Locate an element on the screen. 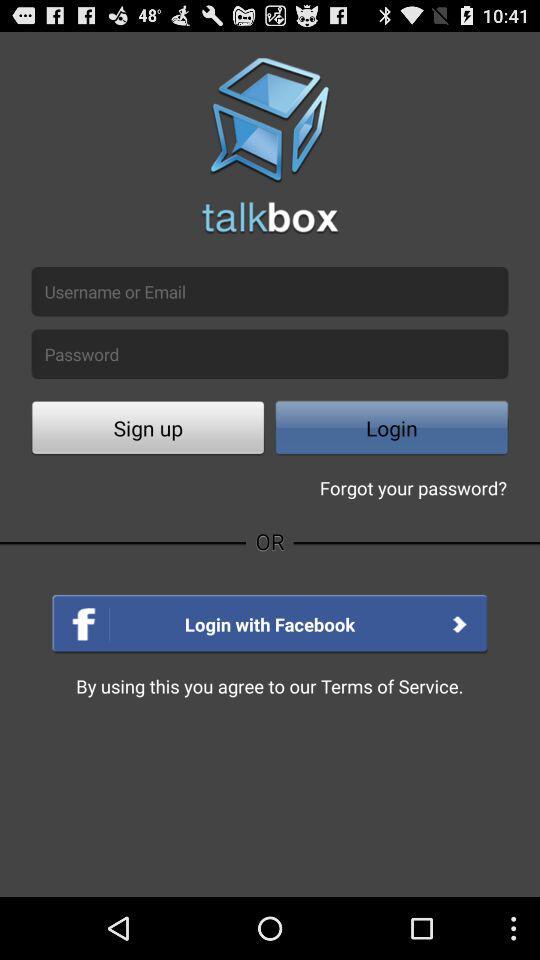  item below the login button is located at coordinates (412, 486).